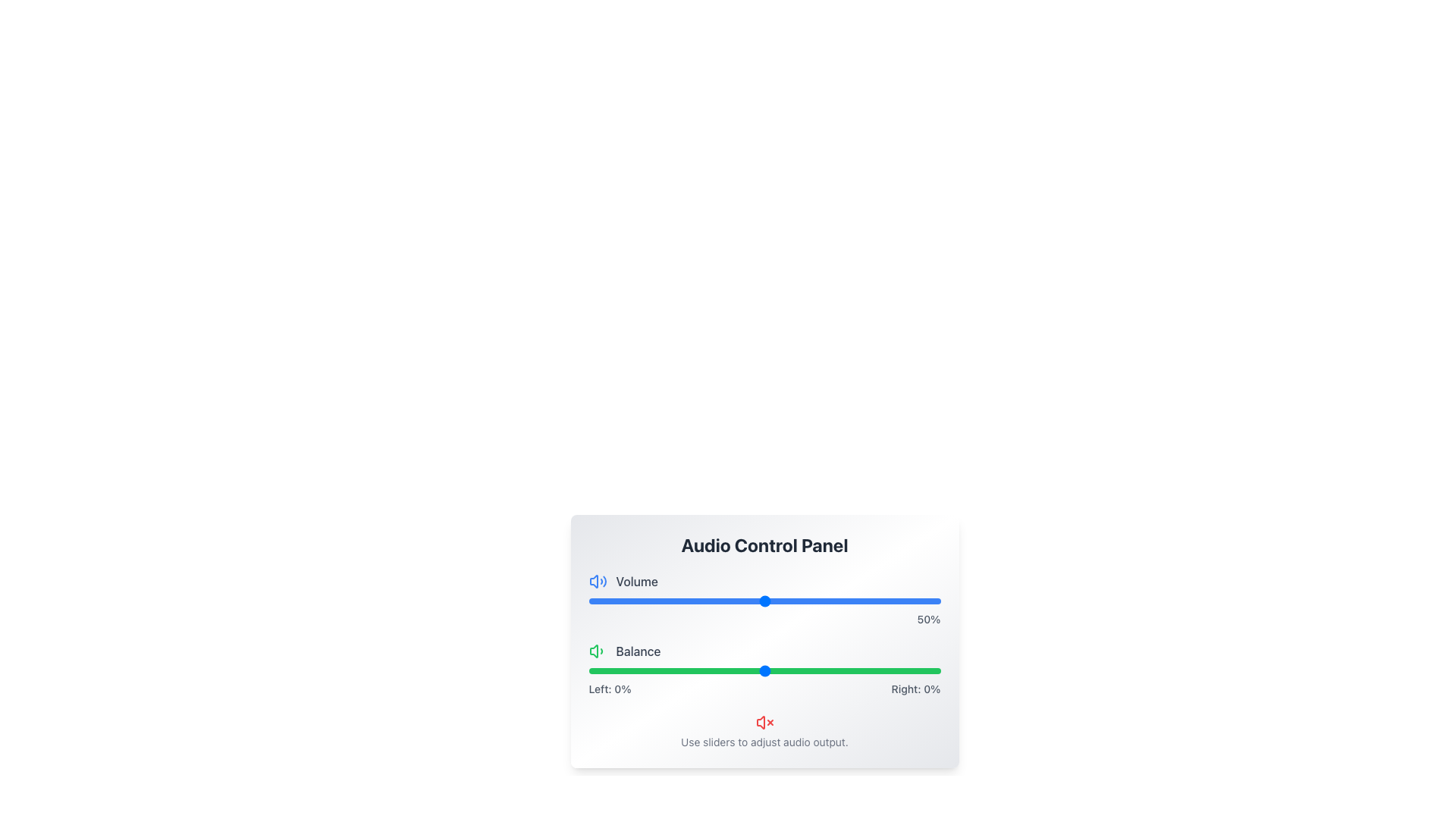 This screenshot has height=819, width=1456. I want to click on the Volume control icon located at the top-left corner of the audio control interface, so click(597, 581).